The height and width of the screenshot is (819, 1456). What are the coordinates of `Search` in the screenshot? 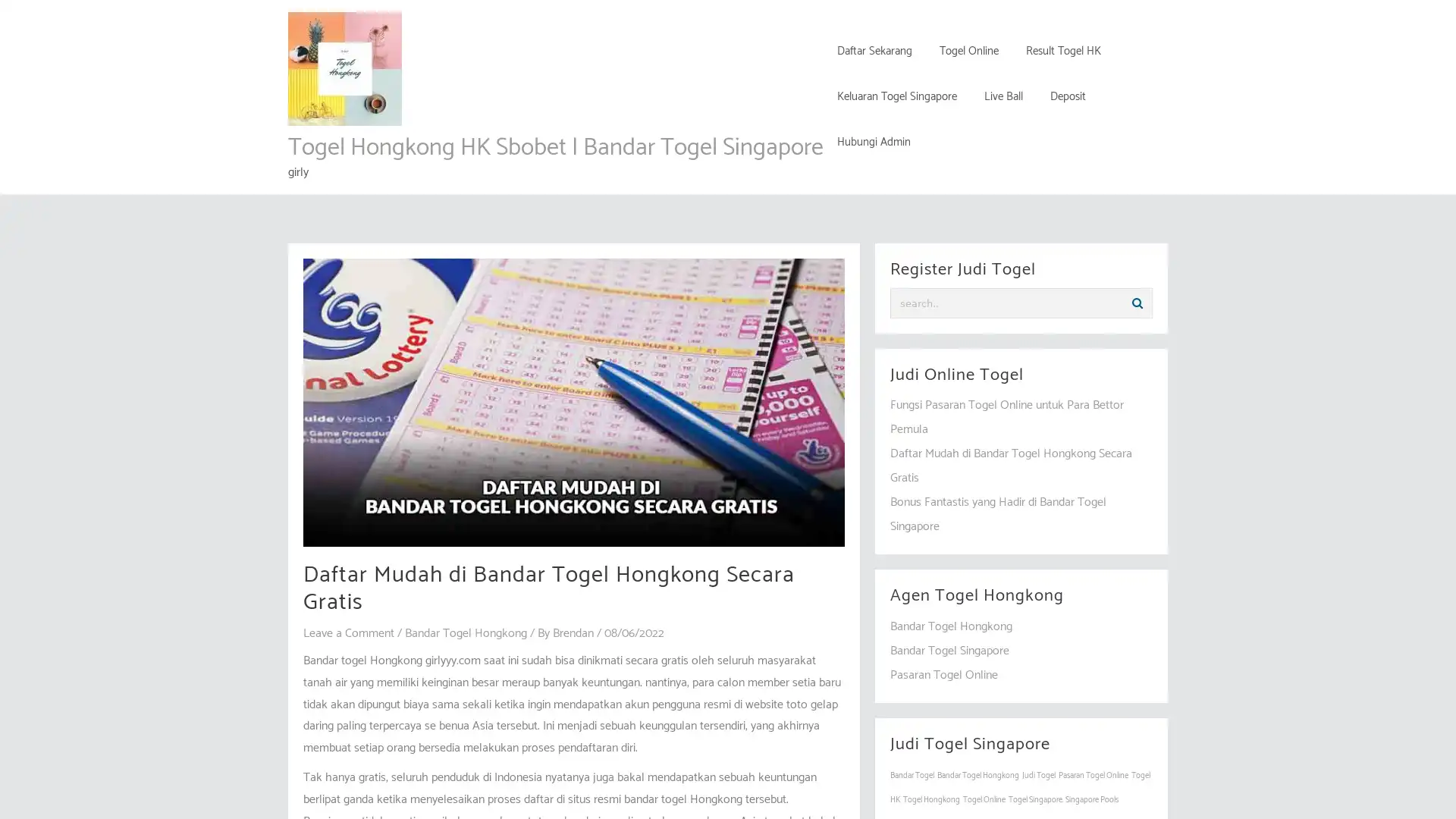 It's located at (1137, 303).